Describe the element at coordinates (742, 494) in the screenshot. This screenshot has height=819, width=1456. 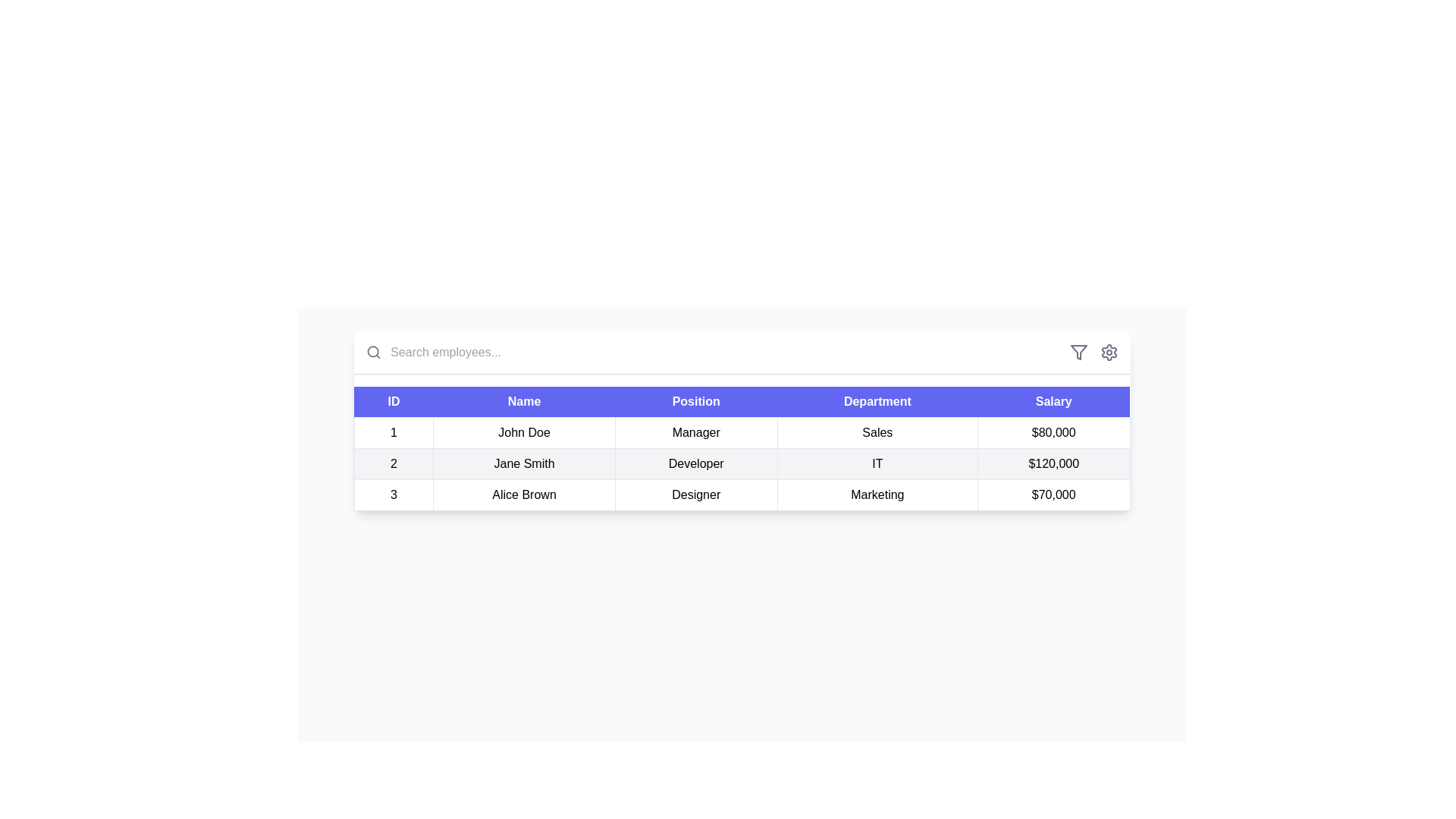
I see `the third row` at that location.